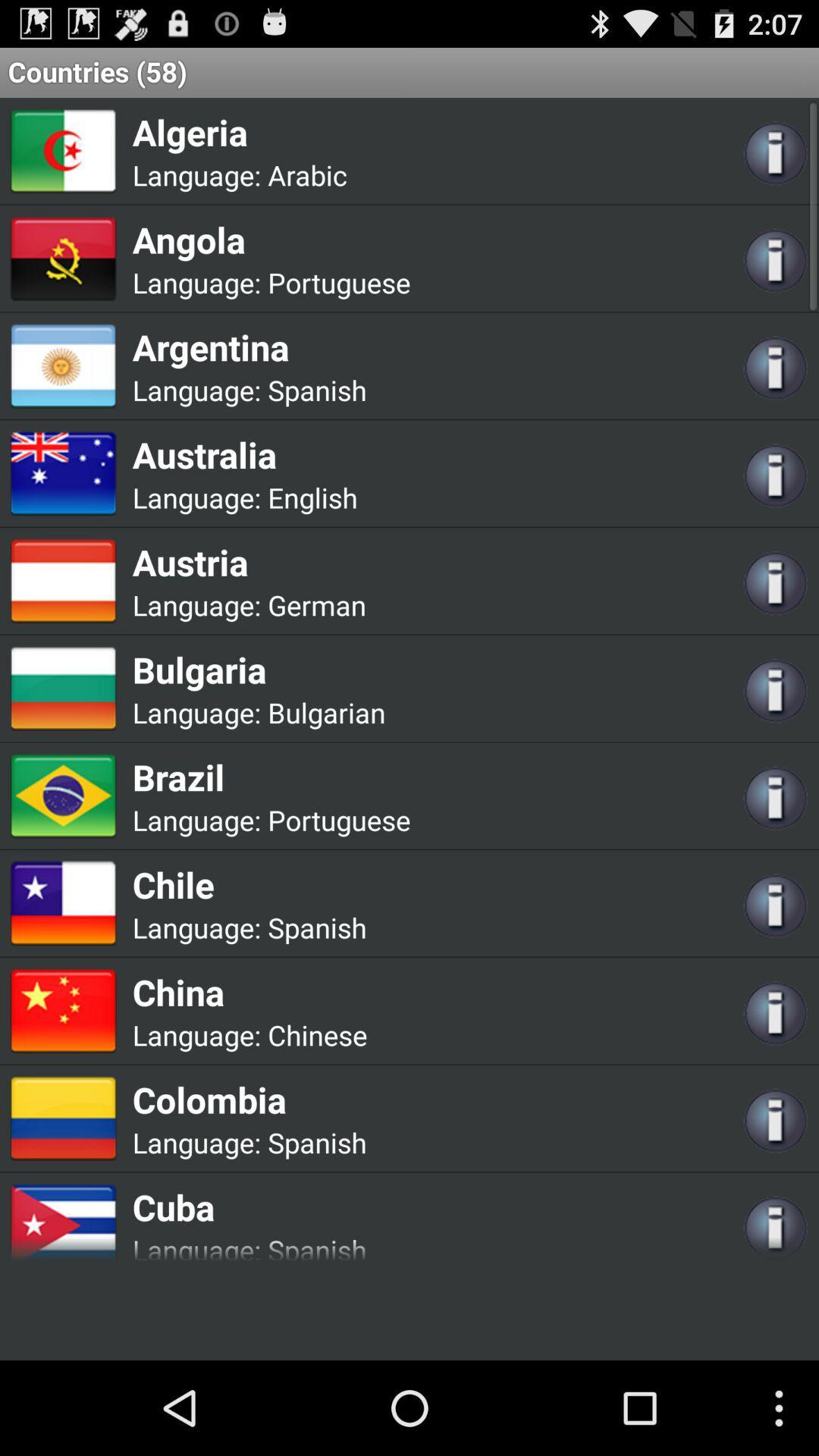 The image size is (819, 1456). What do you see at coordinates (316, 604) in the screenshot?
I see `the app next to the language:` at bounding box center [316, 604].